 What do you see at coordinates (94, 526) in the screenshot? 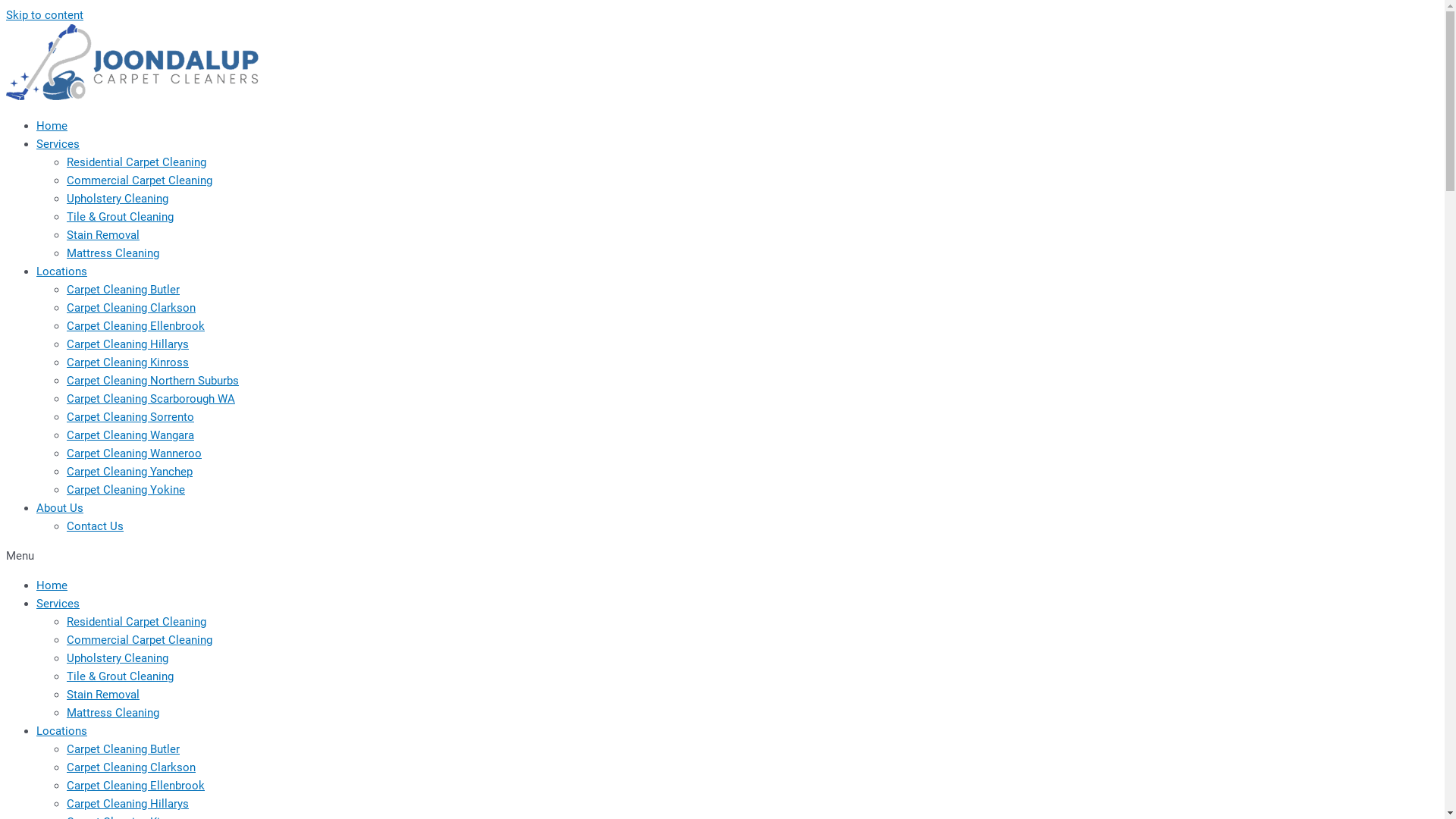
I see `'Contact Us'` at bounding box center [94, 526].